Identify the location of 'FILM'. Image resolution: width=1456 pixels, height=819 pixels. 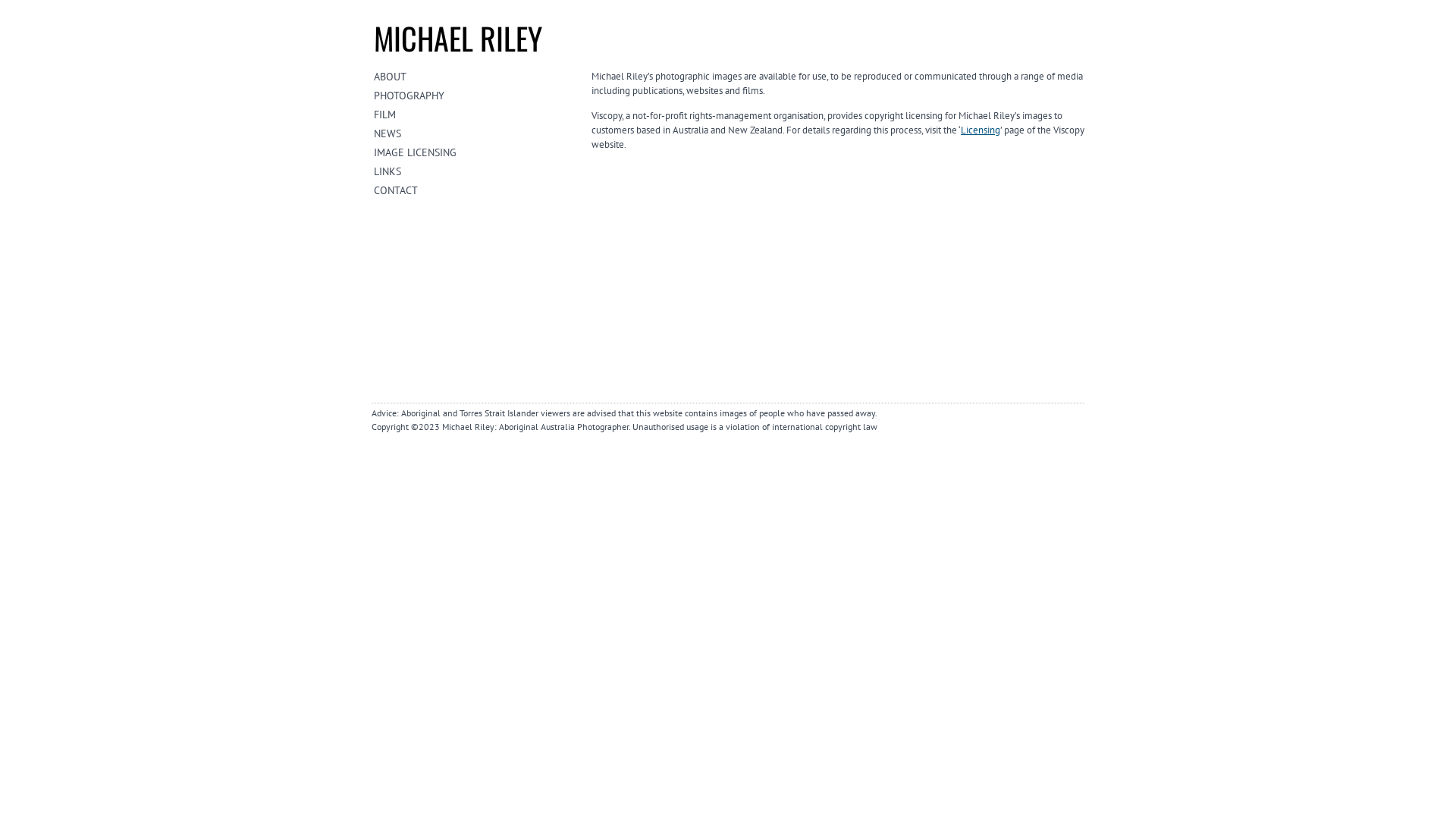
(374, 113).